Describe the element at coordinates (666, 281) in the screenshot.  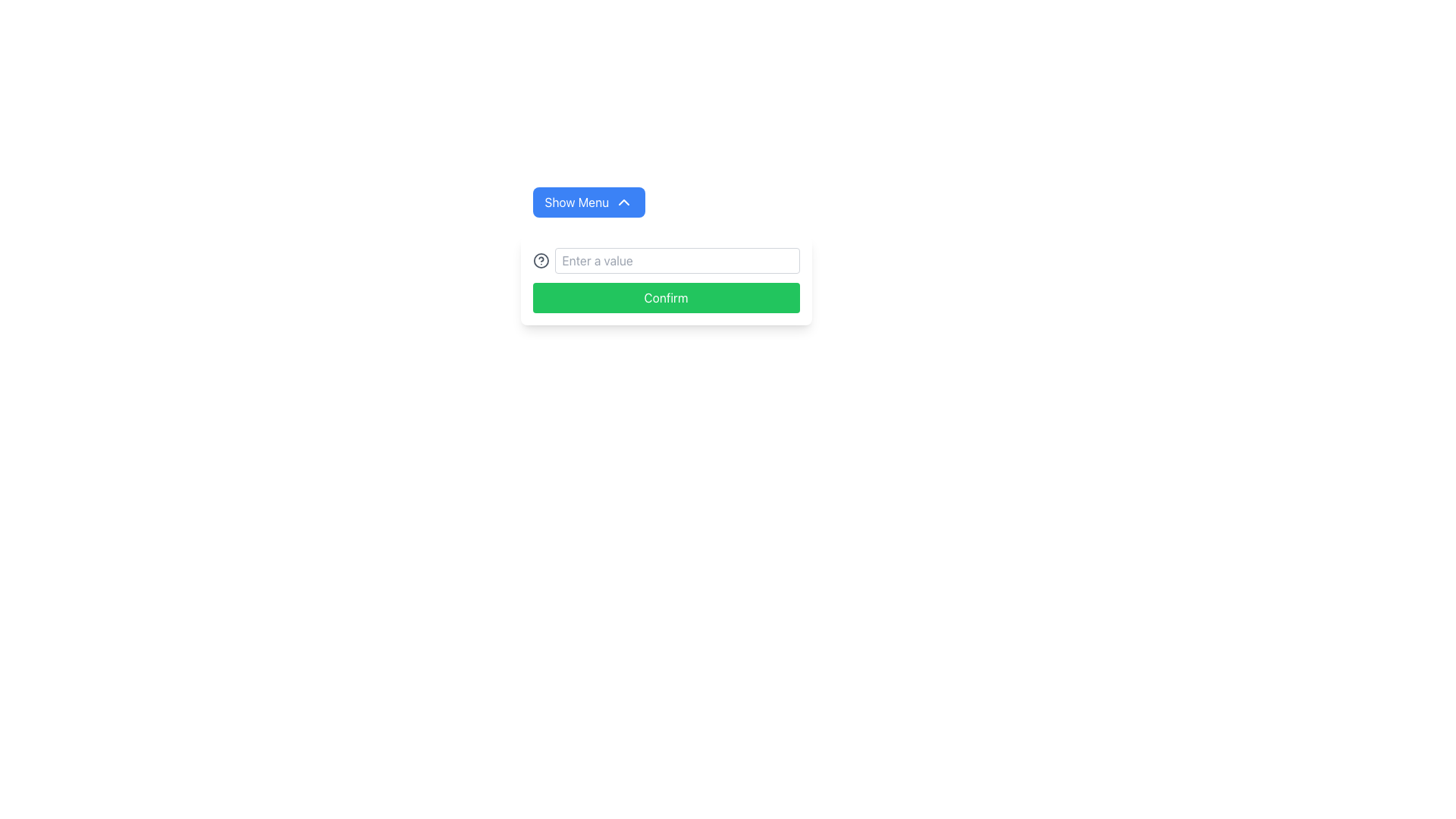
I see `the 'Confirm' button located in the Modal window, which serves as an input interface for users to enter a value and confirm their action` at that location.